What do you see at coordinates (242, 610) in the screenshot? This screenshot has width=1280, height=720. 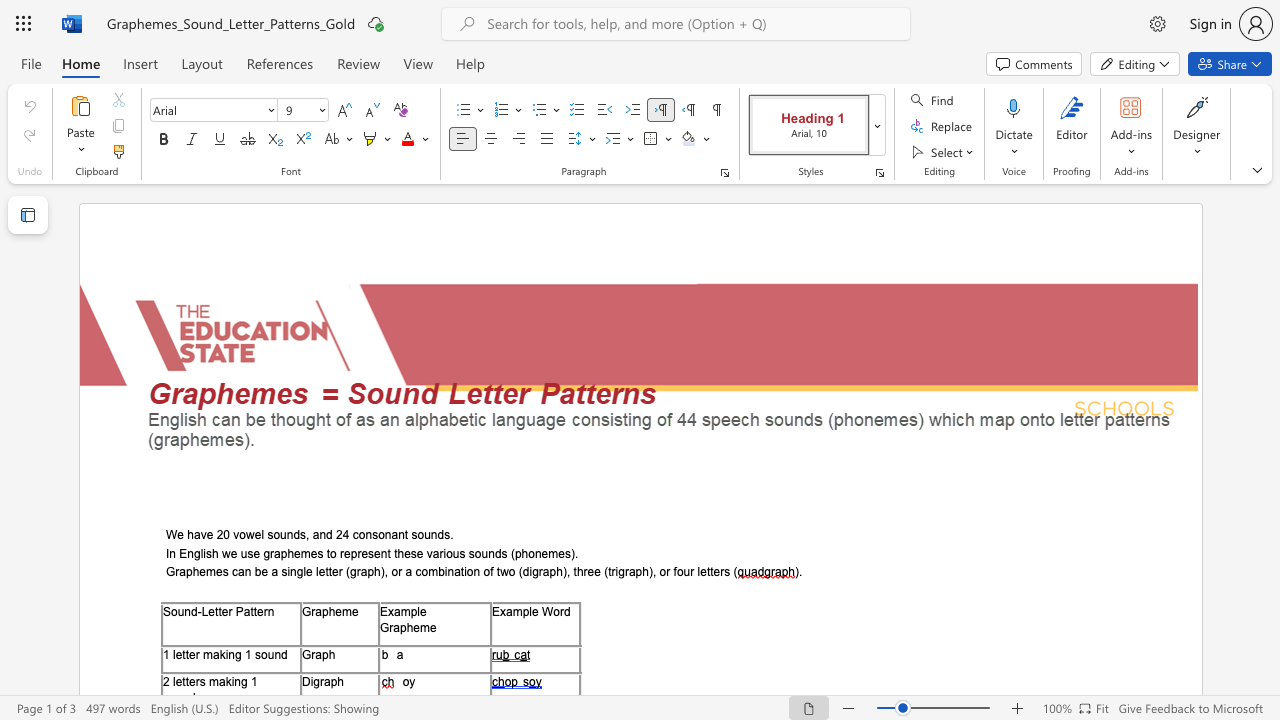 I see `the subset text "at" within the text "Sound-Letter Pattern"` at bounding box center [242, 610].